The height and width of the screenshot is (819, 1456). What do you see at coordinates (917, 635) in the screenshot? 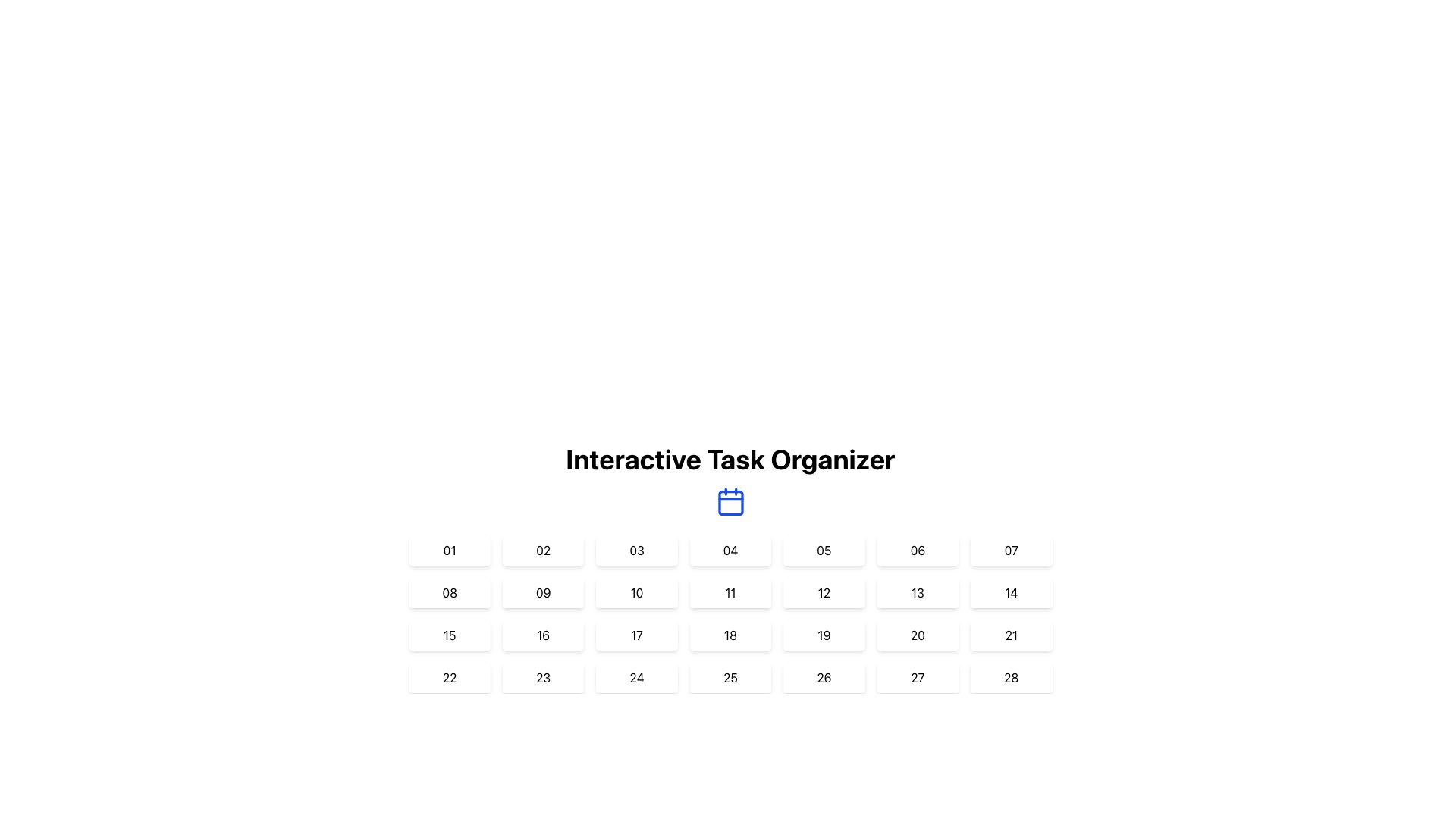
I see `the rectangular button displaying the number '20'` at bounding box center [917, 635].